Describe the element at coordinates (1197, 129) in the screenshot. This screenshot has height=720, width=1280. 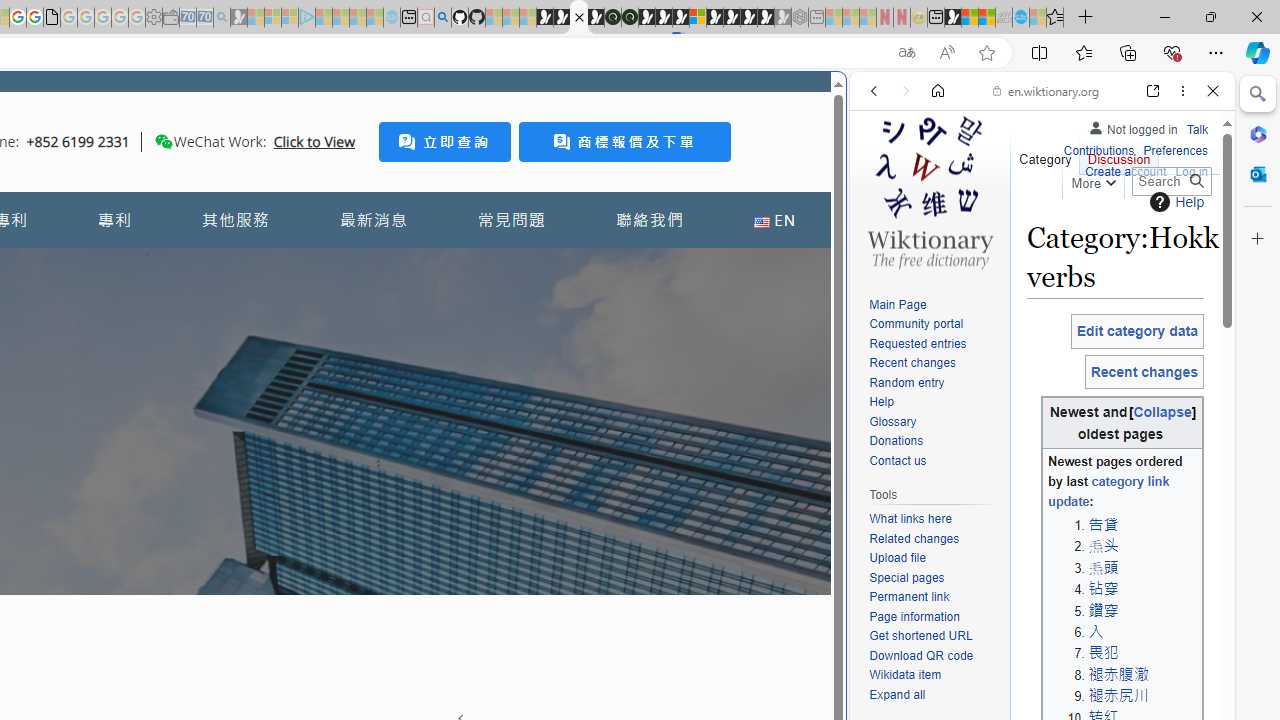
I see `'Talk'` at that location.